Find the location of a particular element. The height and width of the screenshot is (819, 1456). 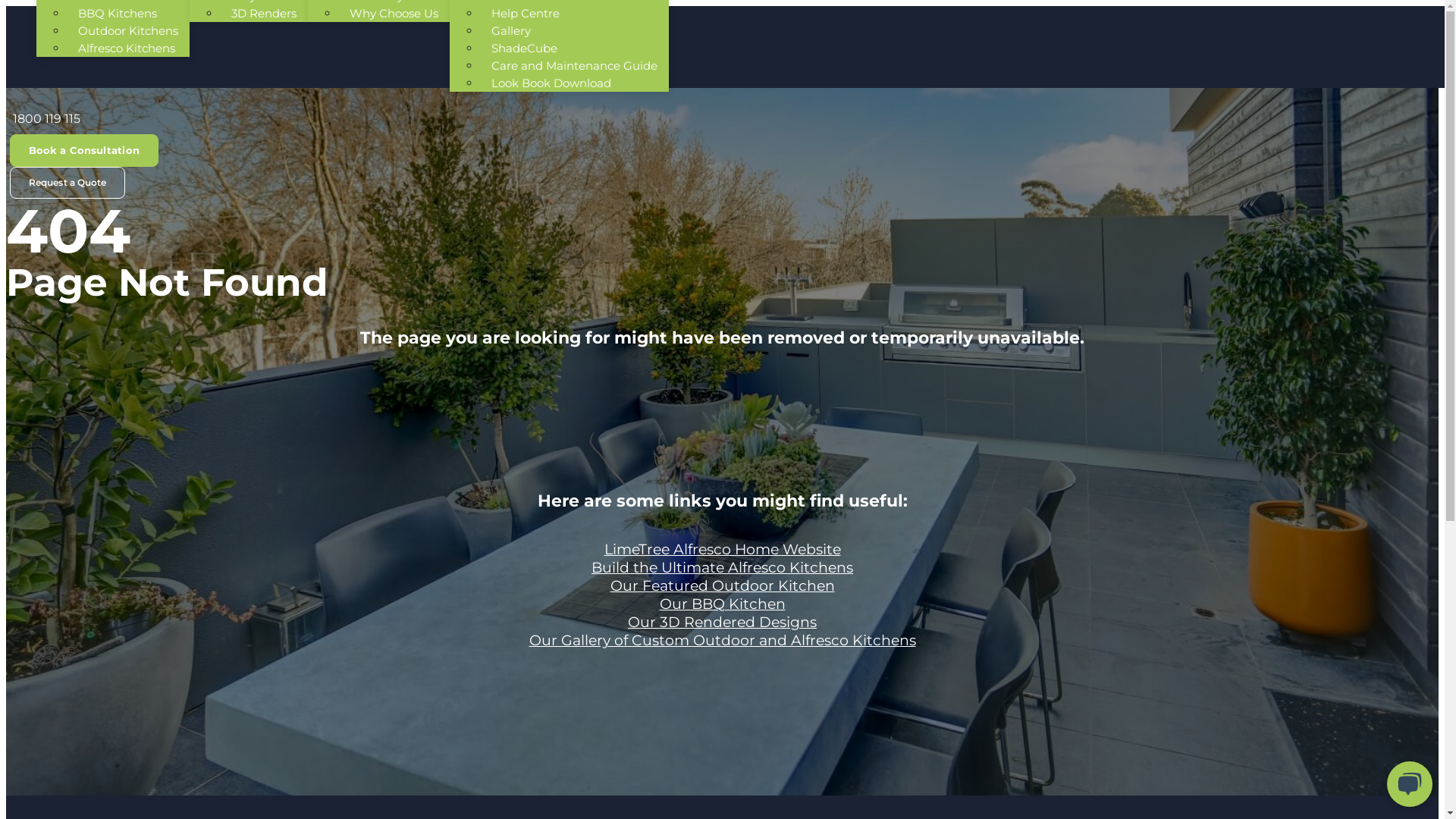

'Our Gallery of Custom Outdoor and Alfresco Kitchens' is located at coordinates (722, 640).